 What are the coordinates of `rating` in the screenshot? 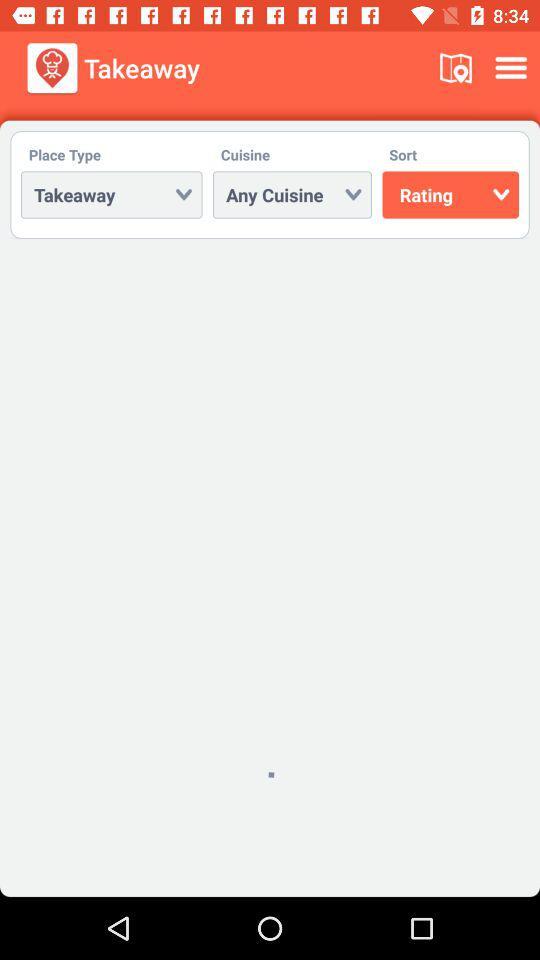 It's located at (451, 194).